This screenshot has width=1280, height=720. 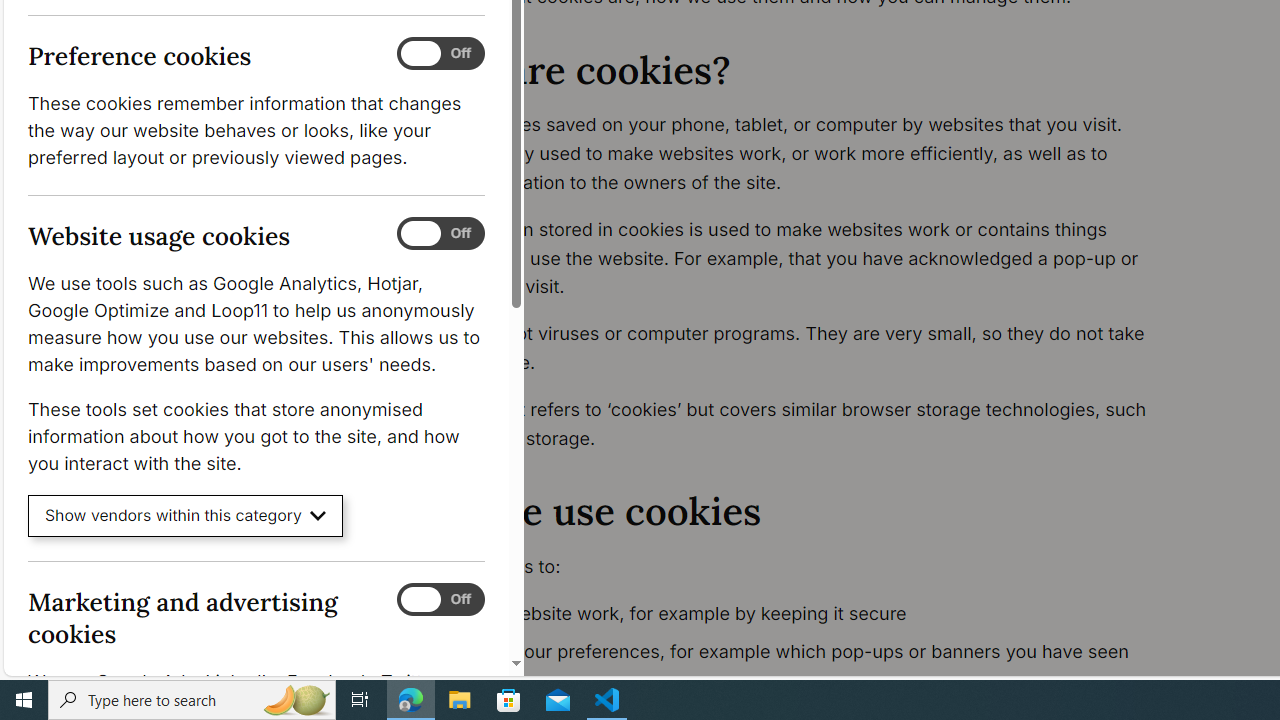 I want to click on 'Marketing and advertising cookies', so click(x=439, y=598).